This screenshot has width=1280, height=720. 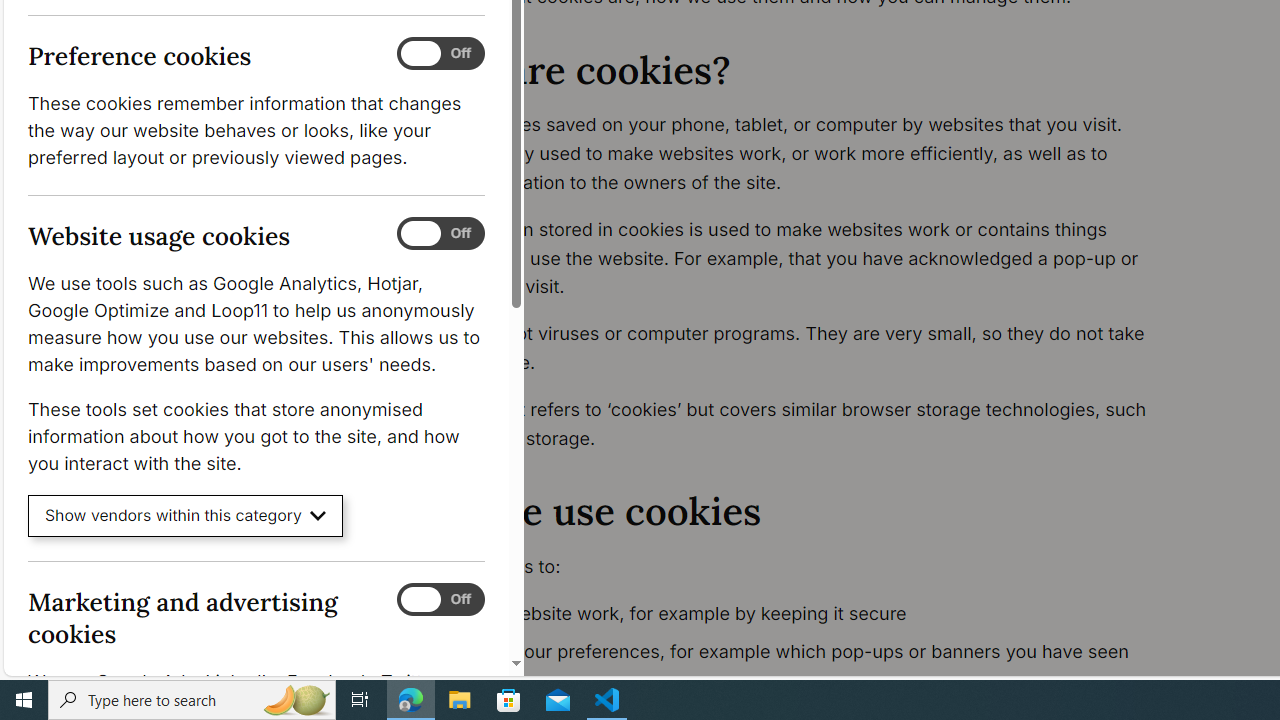 I want to click on 'Marketing and advertising cookies', so click(x=439, y=598).